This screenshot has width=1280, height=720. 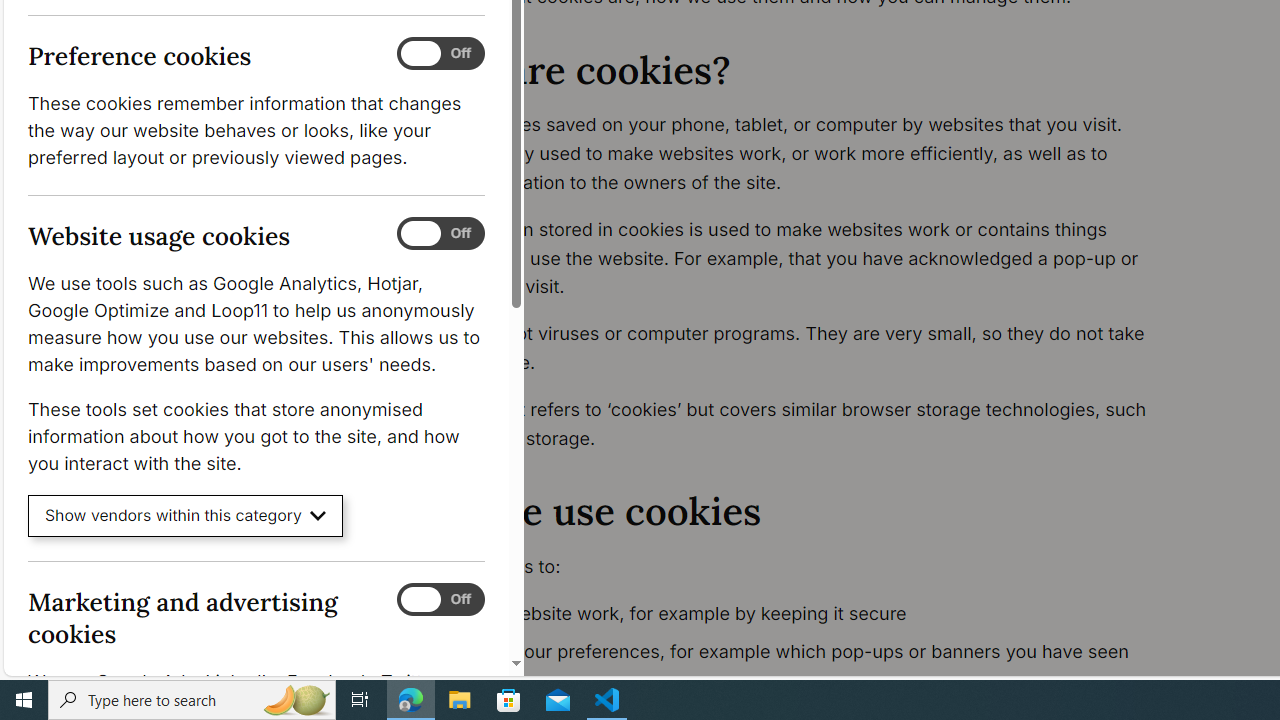 I want to click on 'Marketing and advertising cookies', so click(x=439, y=598).